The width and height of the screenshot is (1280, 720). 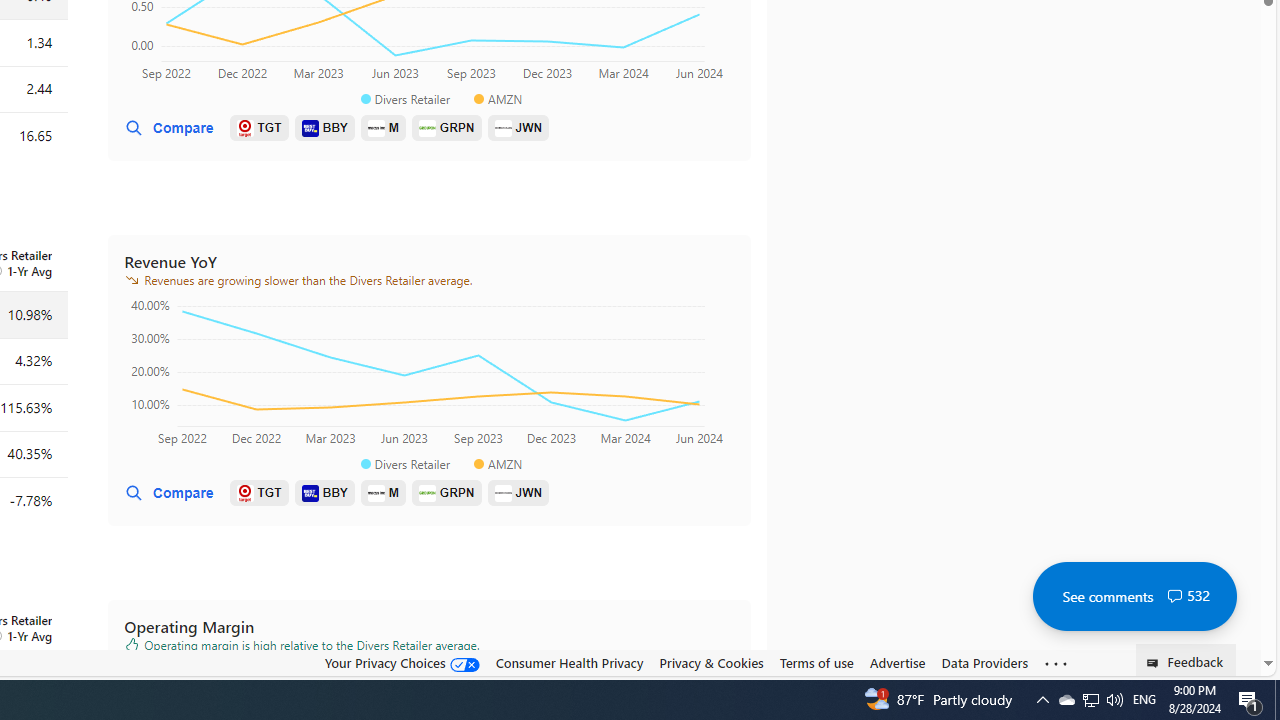 I want to click on 'Feedback', so click(x=1186, y=659).